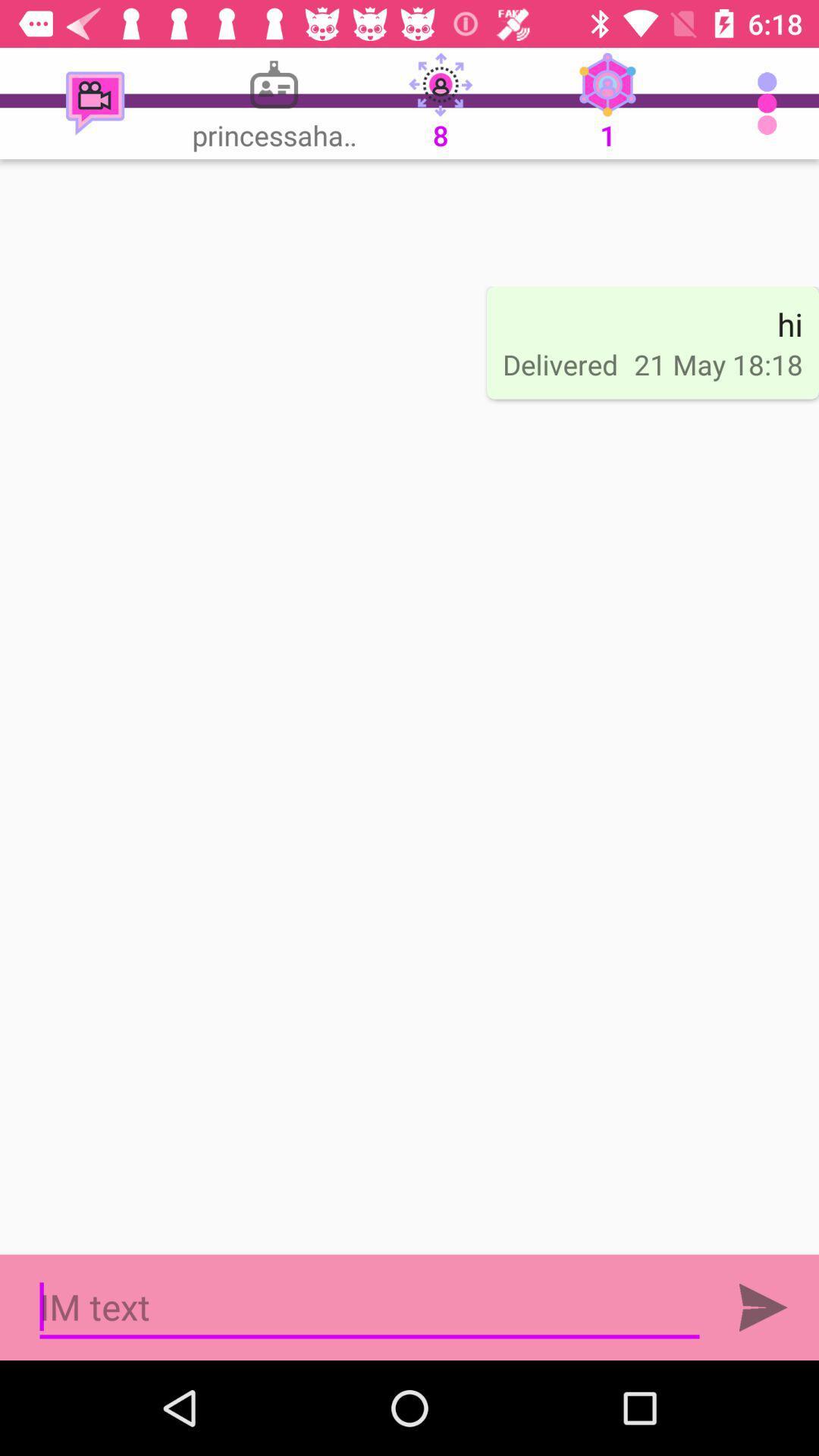 This screenshot has height=1456, width=819. I want to click on the send icon, so click(763, 1307).